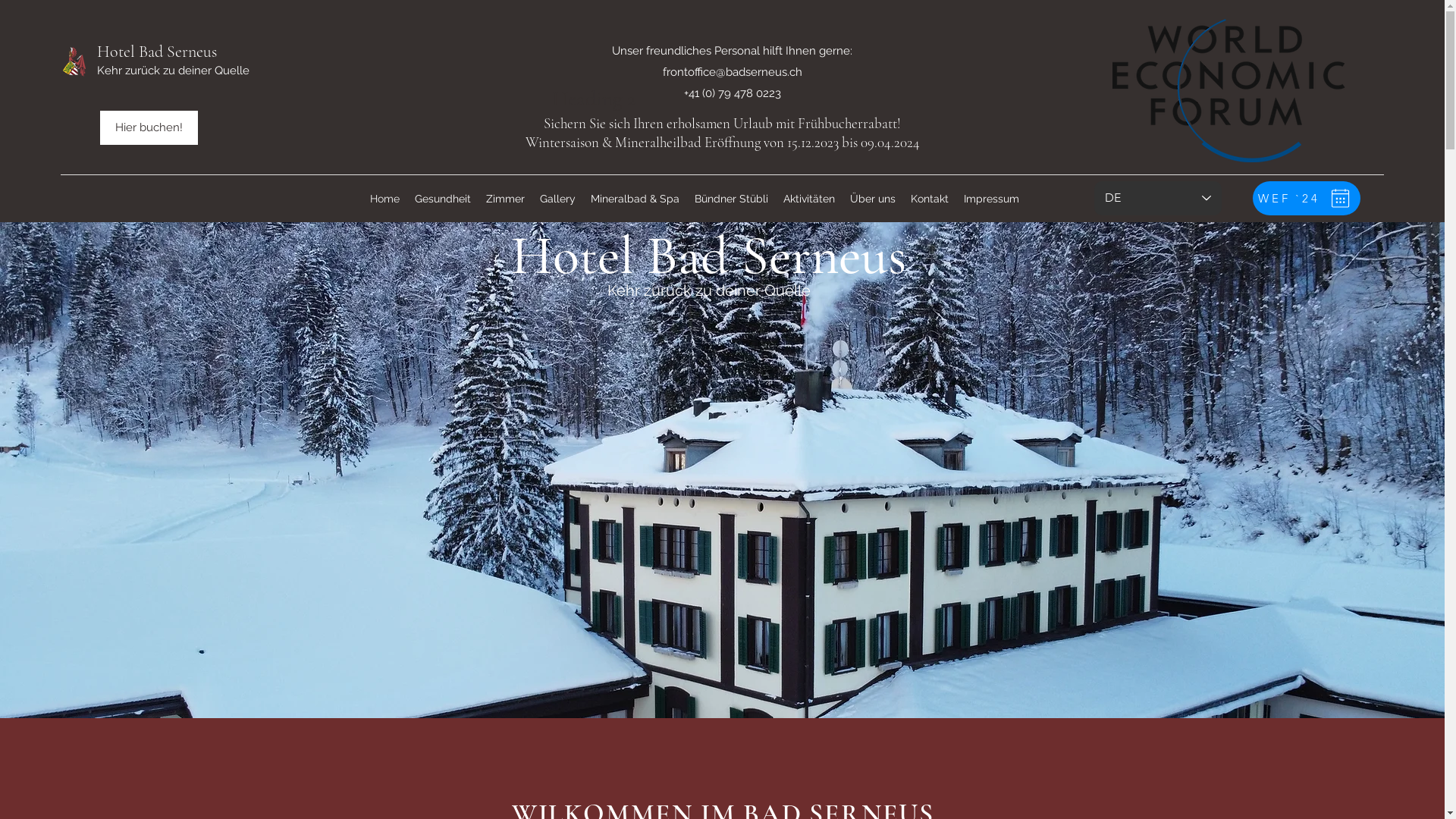 Image resolution: width=1456 pixels, height=819 pixels. I want to click on 'Kontakt', so click(927, 198).